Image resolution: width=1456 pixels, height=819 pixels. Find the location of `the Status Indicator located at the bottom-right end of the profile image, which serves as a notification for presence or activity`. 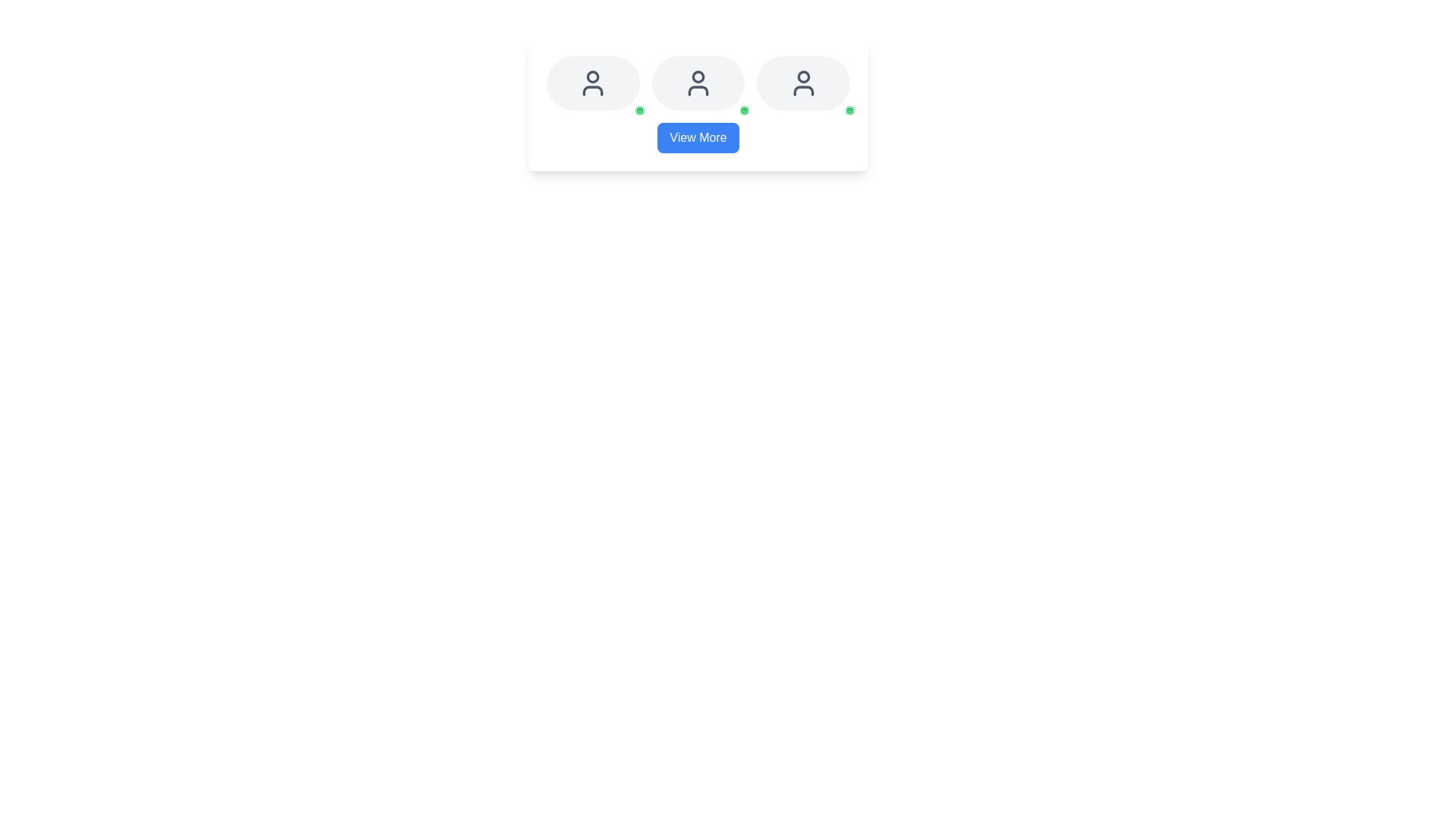

the Status Indicator located at the bottom-right end of the profile image, which serves as a notification for presence or activity is located at coordinates (745, 110).